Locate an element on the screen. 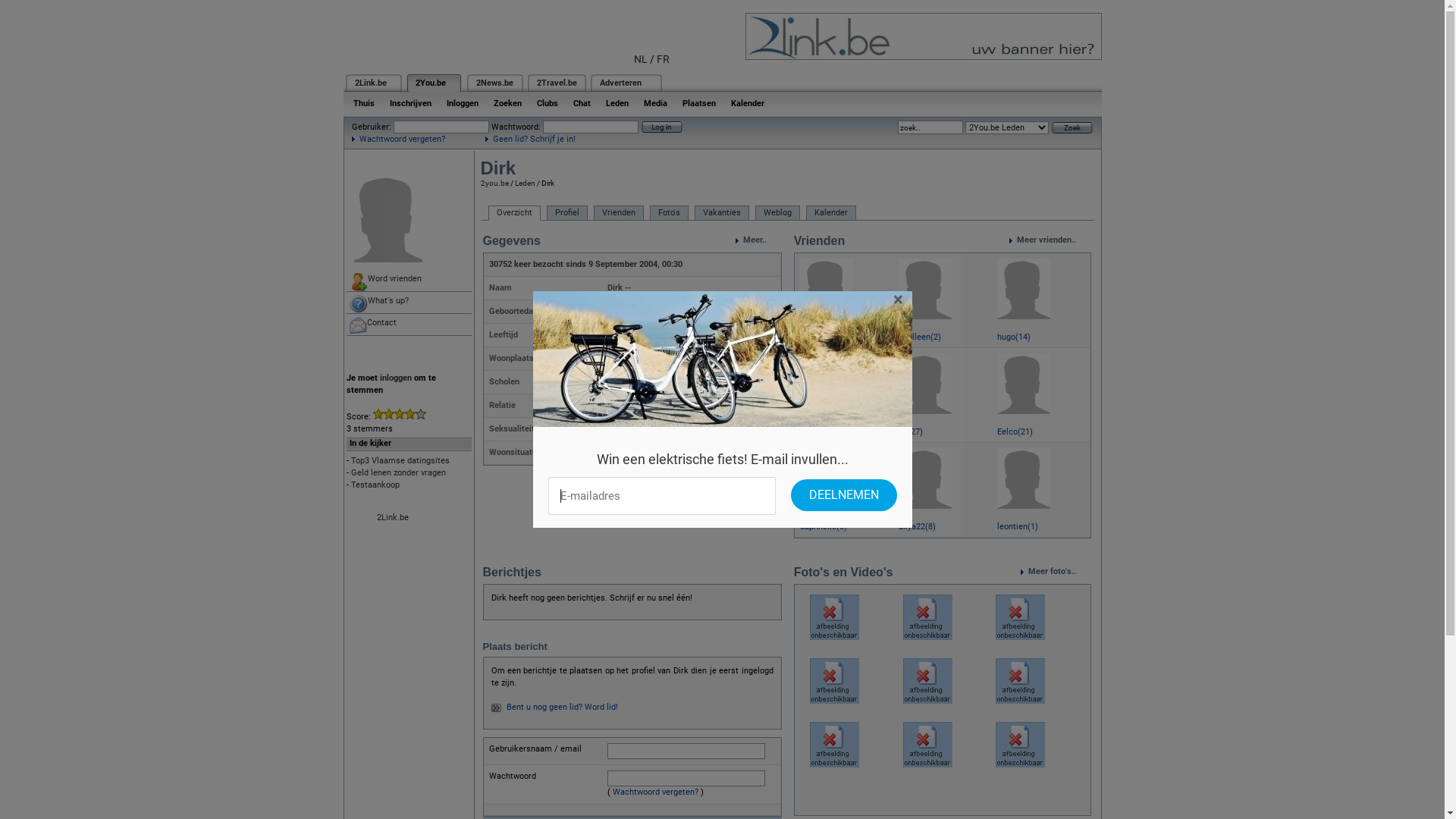 The width and height of the screenshot is (1456, 819). '2Link.be' is located at coordinates (392, 516).